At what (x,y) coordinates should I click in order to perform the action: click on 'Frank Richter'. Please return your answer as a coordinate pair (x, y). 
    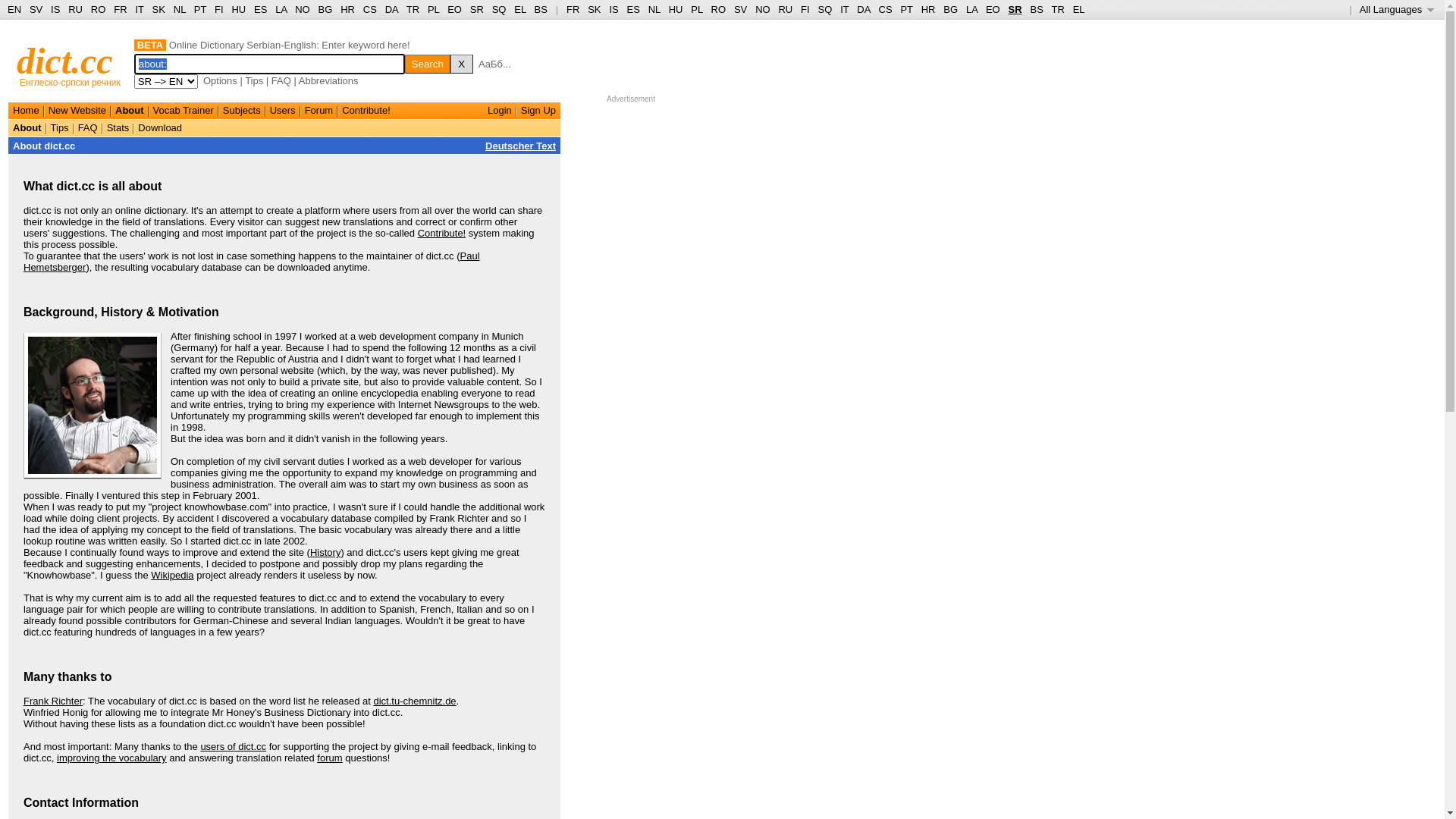
    Looking at the image, I should click on (23, 701).